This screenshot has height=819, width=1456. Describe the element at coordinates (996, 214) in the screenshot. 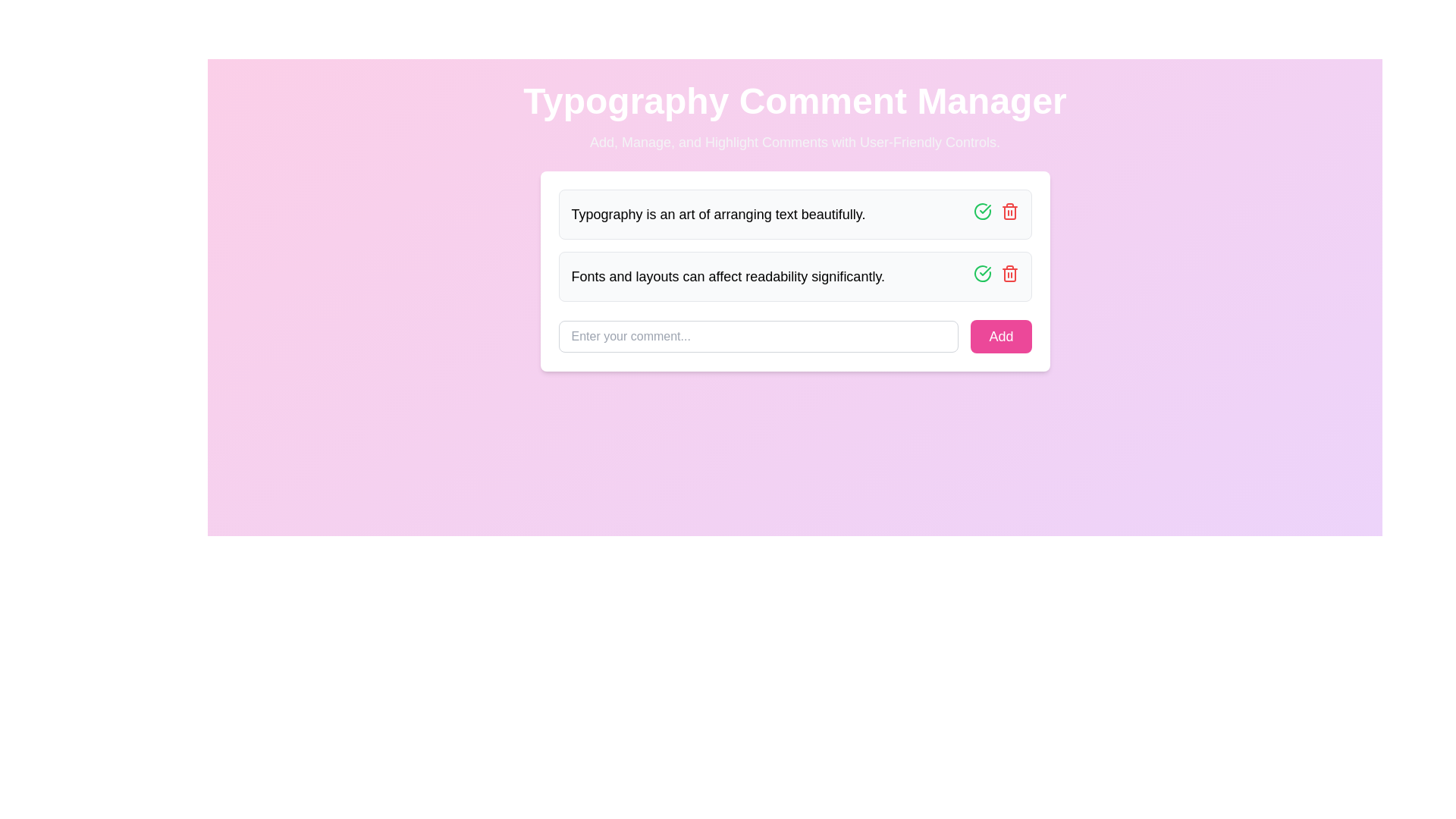

I see `the Action button group located in the first comment panel with the text 'Typography is an art of arranging text beautifully.' This group allows users to approve or delete comments` at that location.